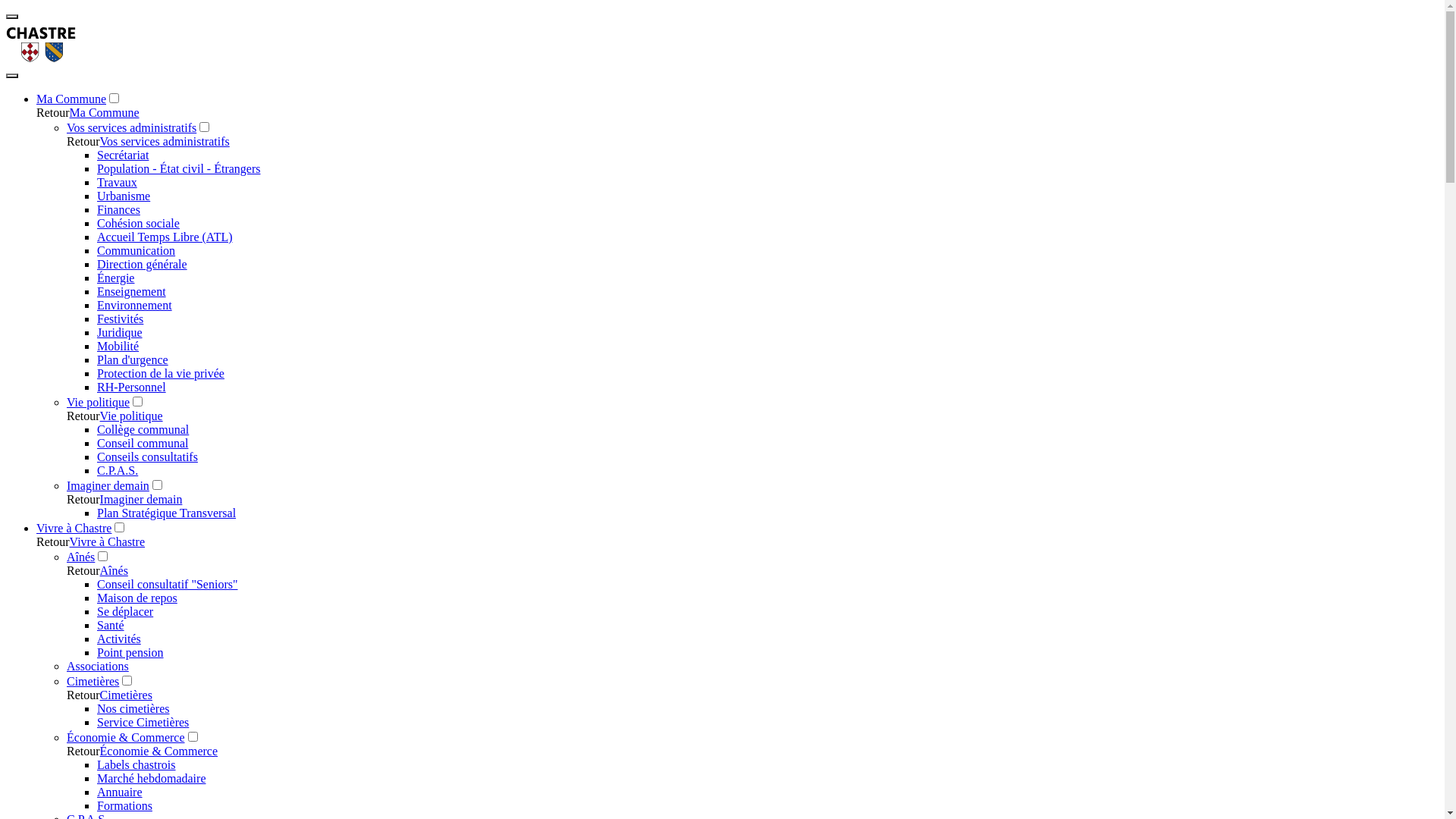  What do you see at coordinates (36, 111) in the screenshot?
I see `'Retour'` at bounding box center [36, 111].